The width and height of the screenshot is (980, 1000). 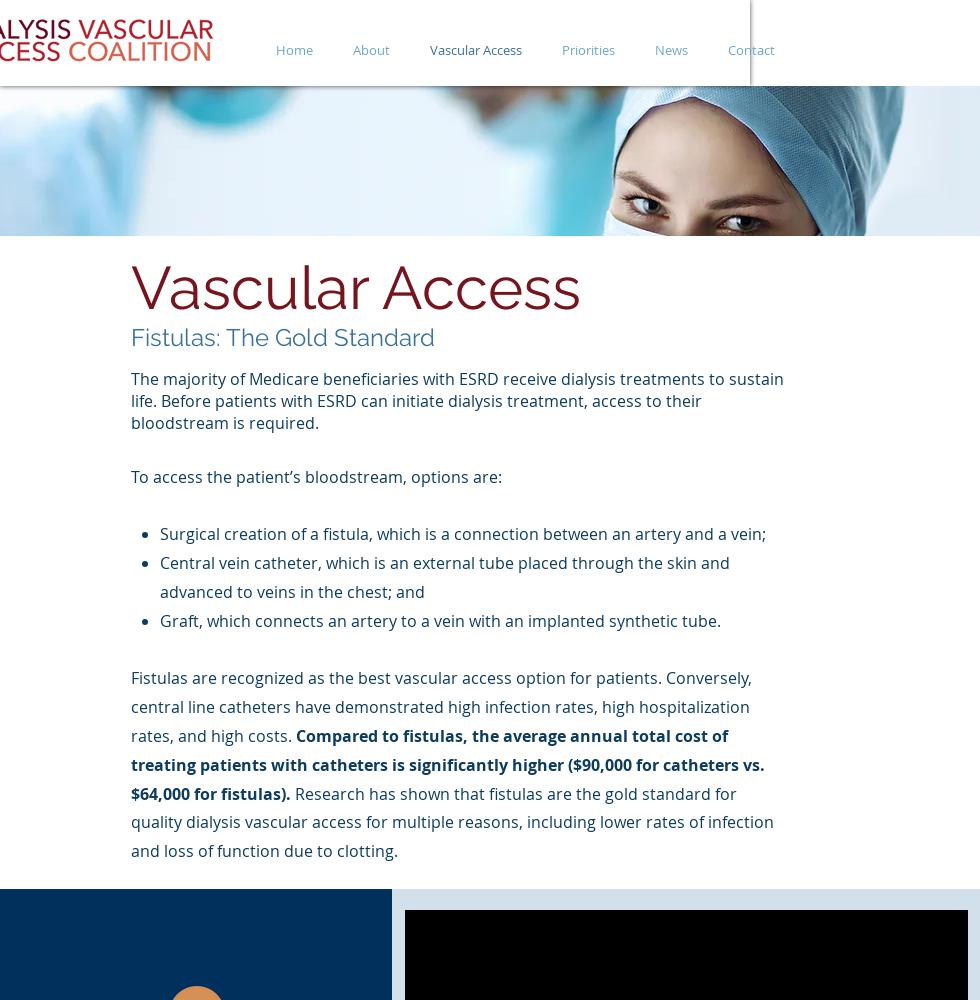 What do you see at coordinates (316, 475) in the screenshot?
I see `'To access the patient’s bloodstream, options are:'` at bounding box center [316, 475].